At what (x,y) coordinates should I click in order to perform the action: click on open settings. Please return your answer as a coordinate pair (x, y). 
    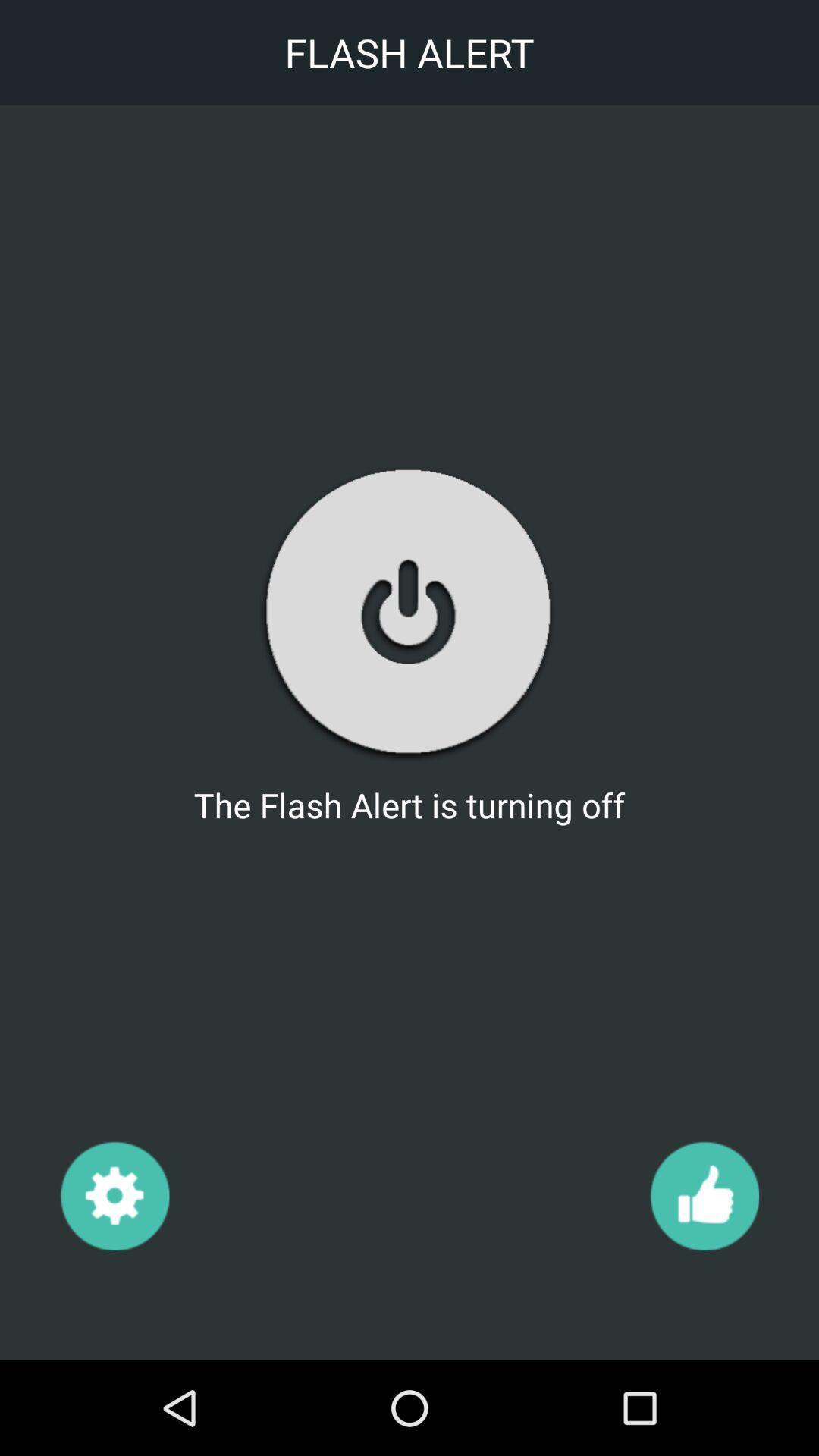
    Looking at the image, I should click on (114, 1194).